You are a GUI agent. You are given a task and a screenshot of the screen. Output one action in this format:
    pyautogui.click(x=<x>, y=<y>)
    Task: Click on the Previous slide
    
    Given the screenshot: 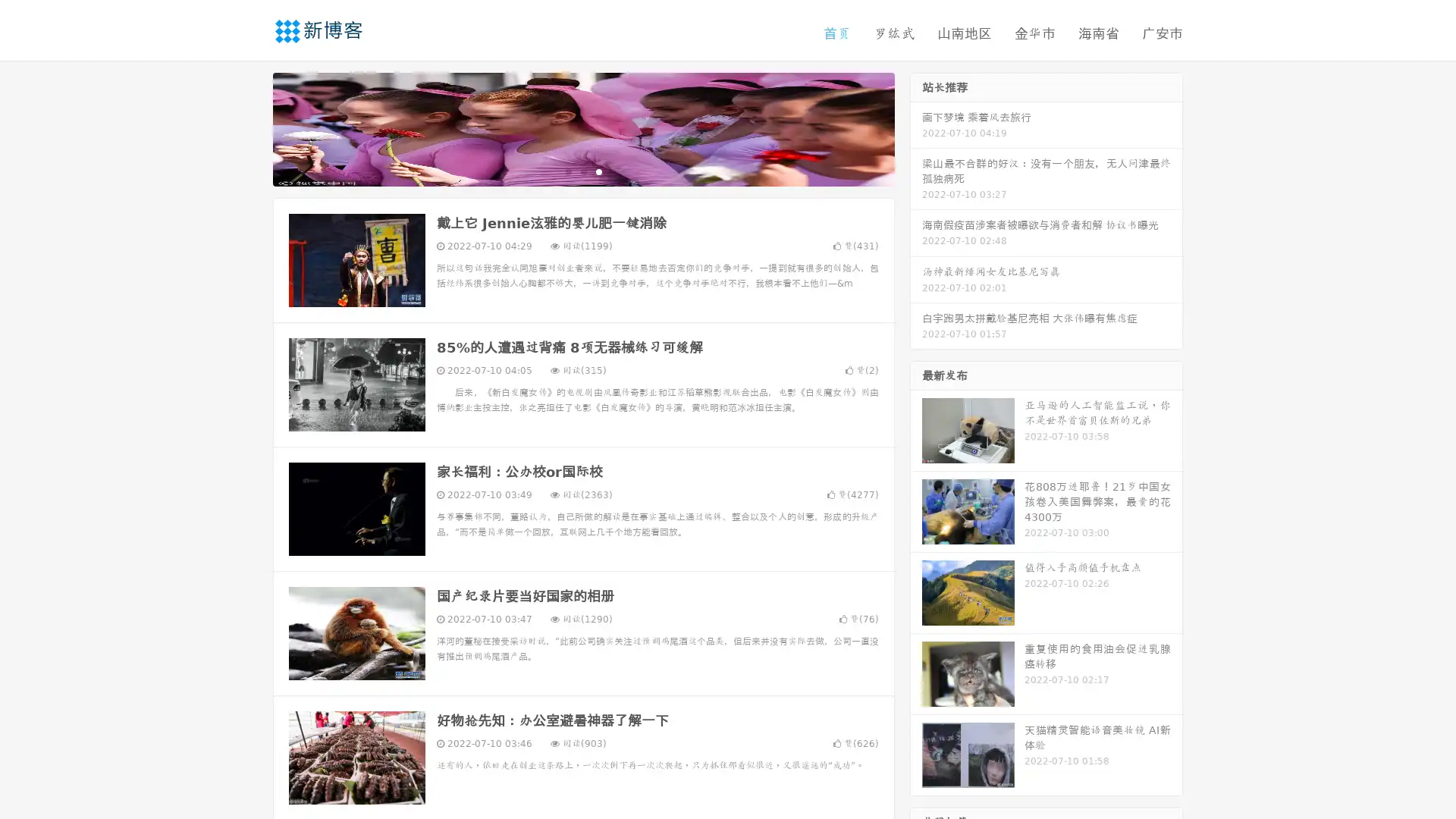 What is the action you would take?
    pyautogui.click(x=250, y=127)
    